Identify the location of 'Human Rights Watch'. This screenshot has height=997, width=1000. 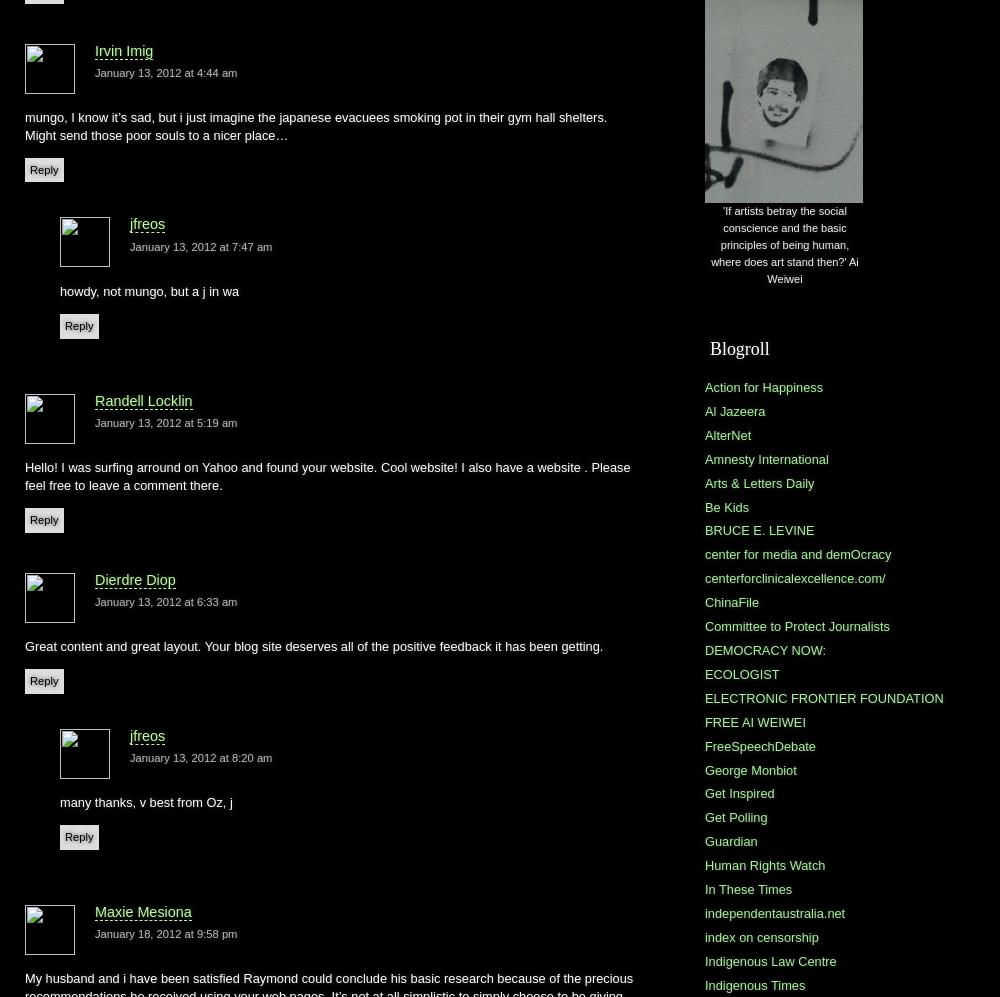
(765, 864).